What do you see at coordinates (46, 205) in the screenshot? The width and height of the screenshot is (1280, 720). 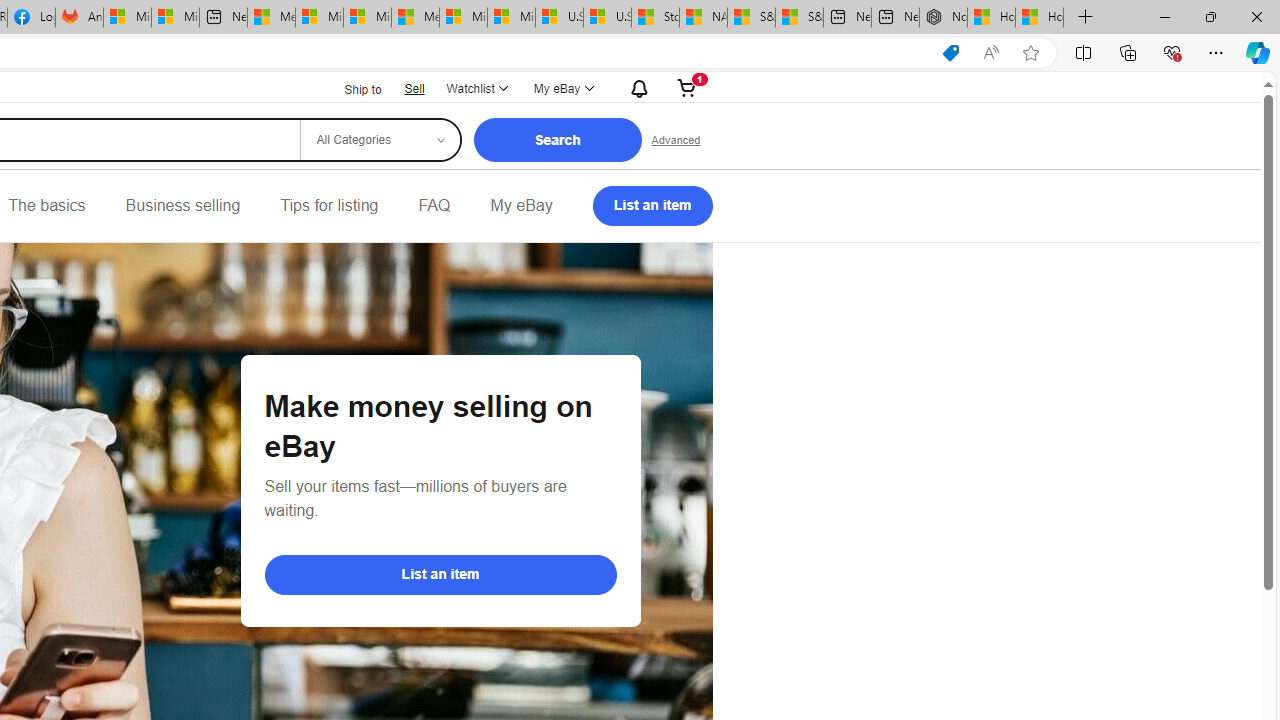 I see `'The basics'` at bounding box center [46, 205].